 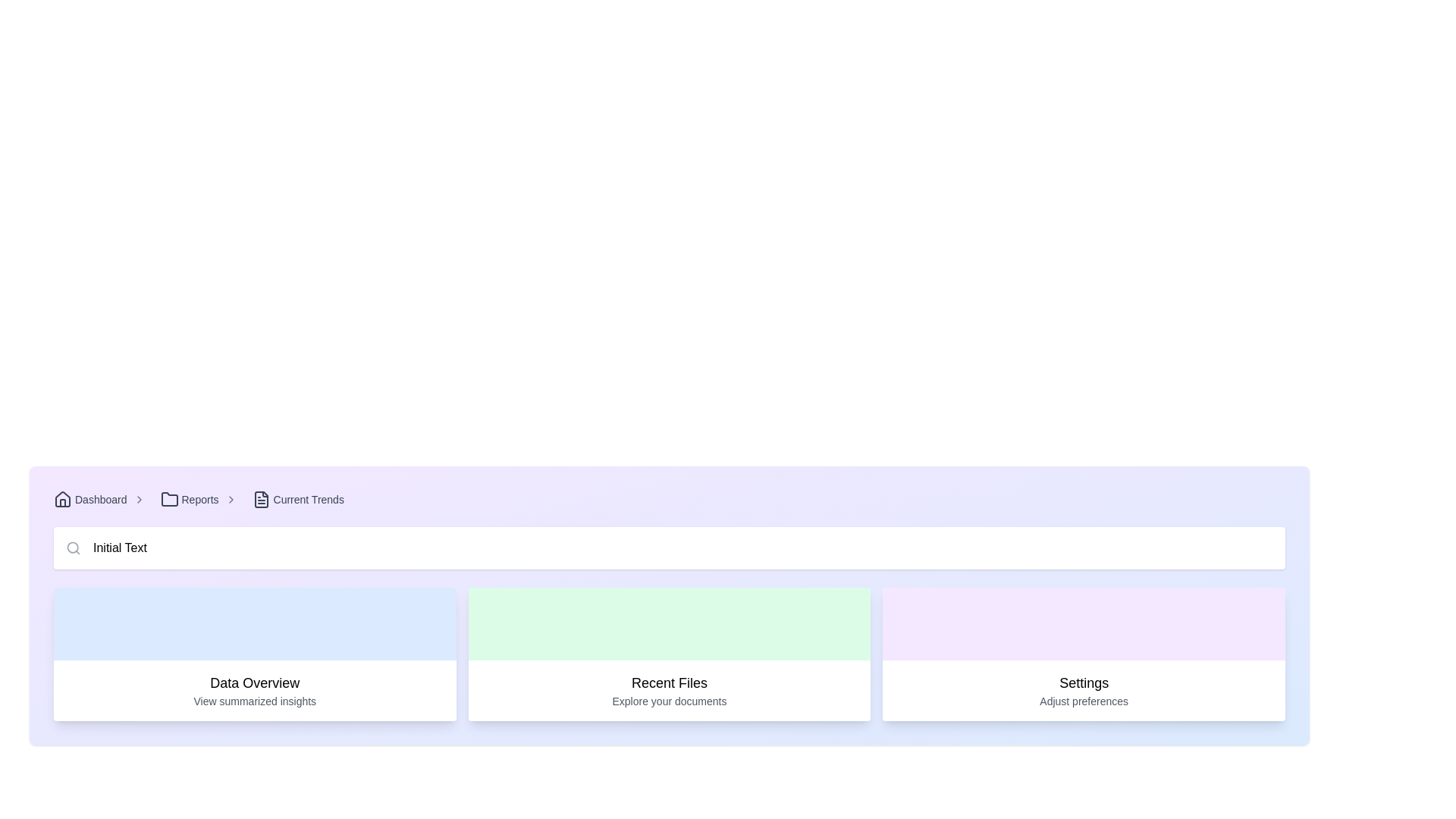 I want to click on the visual state of the directory or folder icon located in the breadcrumb navigation labeled 'Reports', which is positioned to the left of the text 'Reports', so click(x=169, y=500).